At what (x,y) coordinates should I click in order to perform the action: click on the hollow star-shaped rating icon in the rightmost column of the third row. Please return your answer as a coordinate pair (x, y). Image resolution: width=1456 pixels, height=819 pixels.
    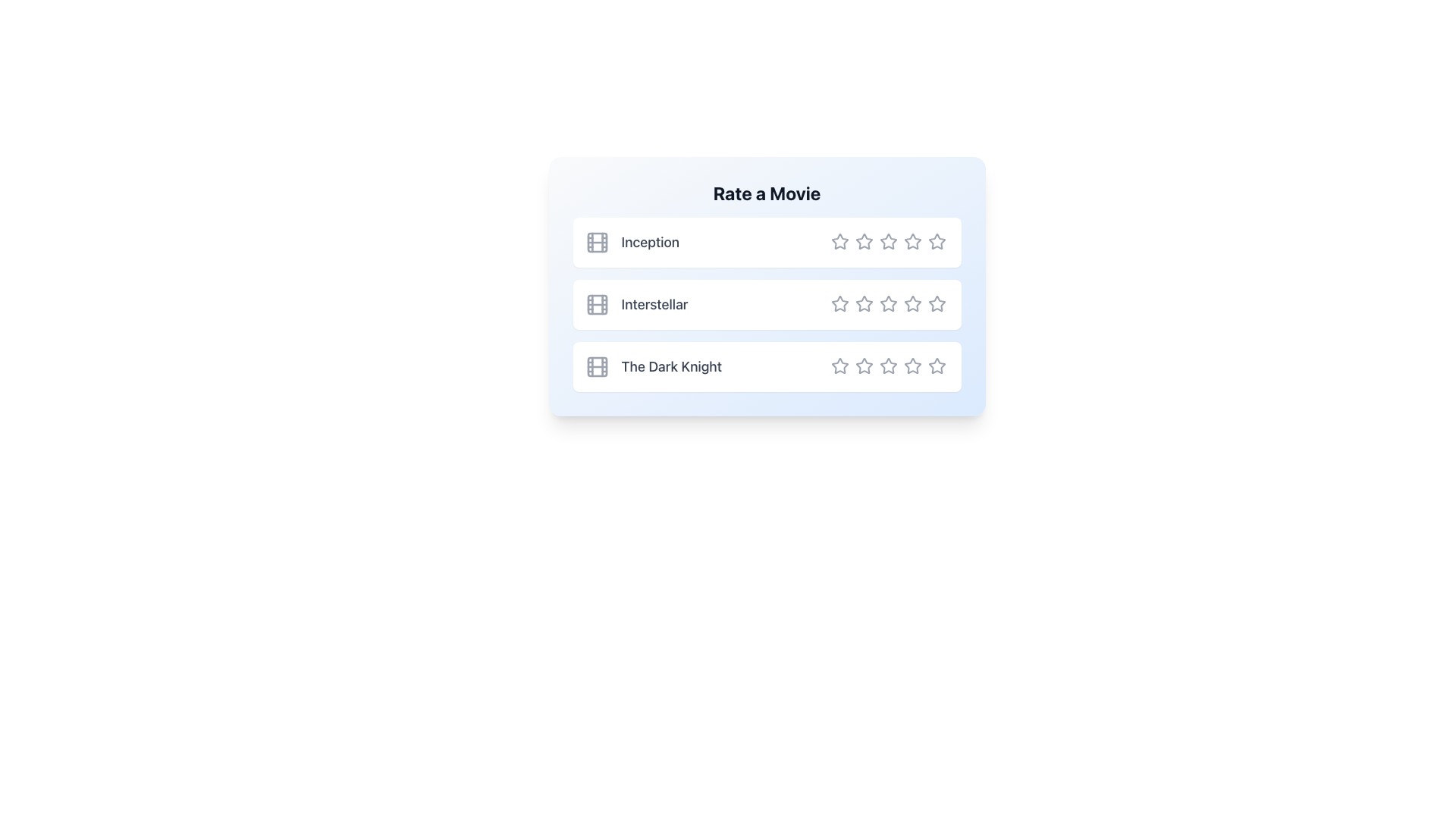
    Looking at the image, I should click on (936, 366).